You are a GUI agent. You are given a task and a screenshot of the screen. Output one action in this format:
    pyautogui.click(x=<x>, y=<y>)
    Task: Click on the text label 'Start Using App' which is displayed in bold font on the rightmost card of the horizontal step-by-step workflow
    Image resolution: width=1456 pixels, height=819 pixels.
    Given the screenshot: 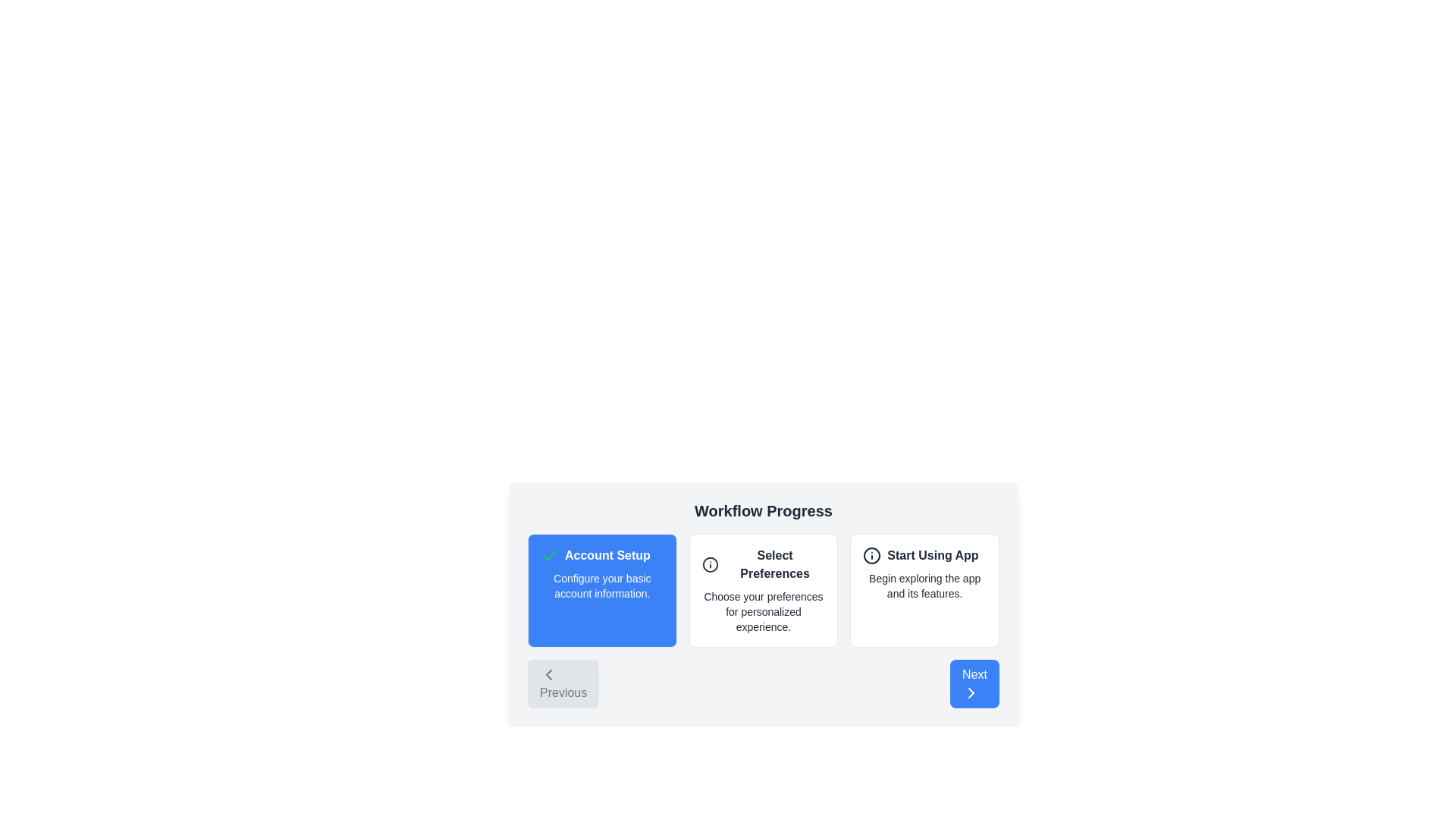 What is the action you would take?
    pyautogui.click(x=932, y=555)
    